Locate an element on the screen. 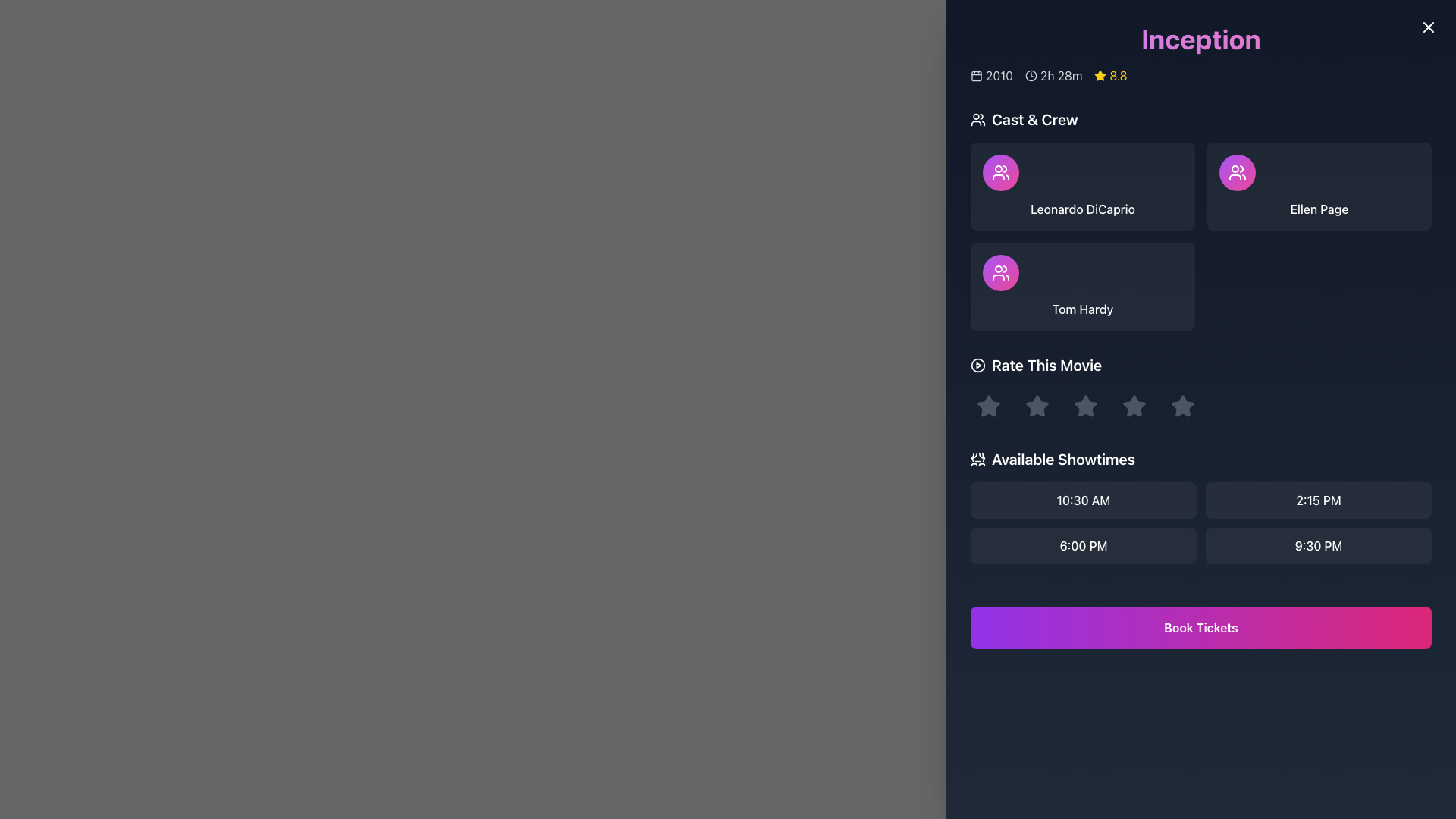  the fourth star icon in the rating system under the 'Rate This Movie' label is located at coordinates (1134, 405).